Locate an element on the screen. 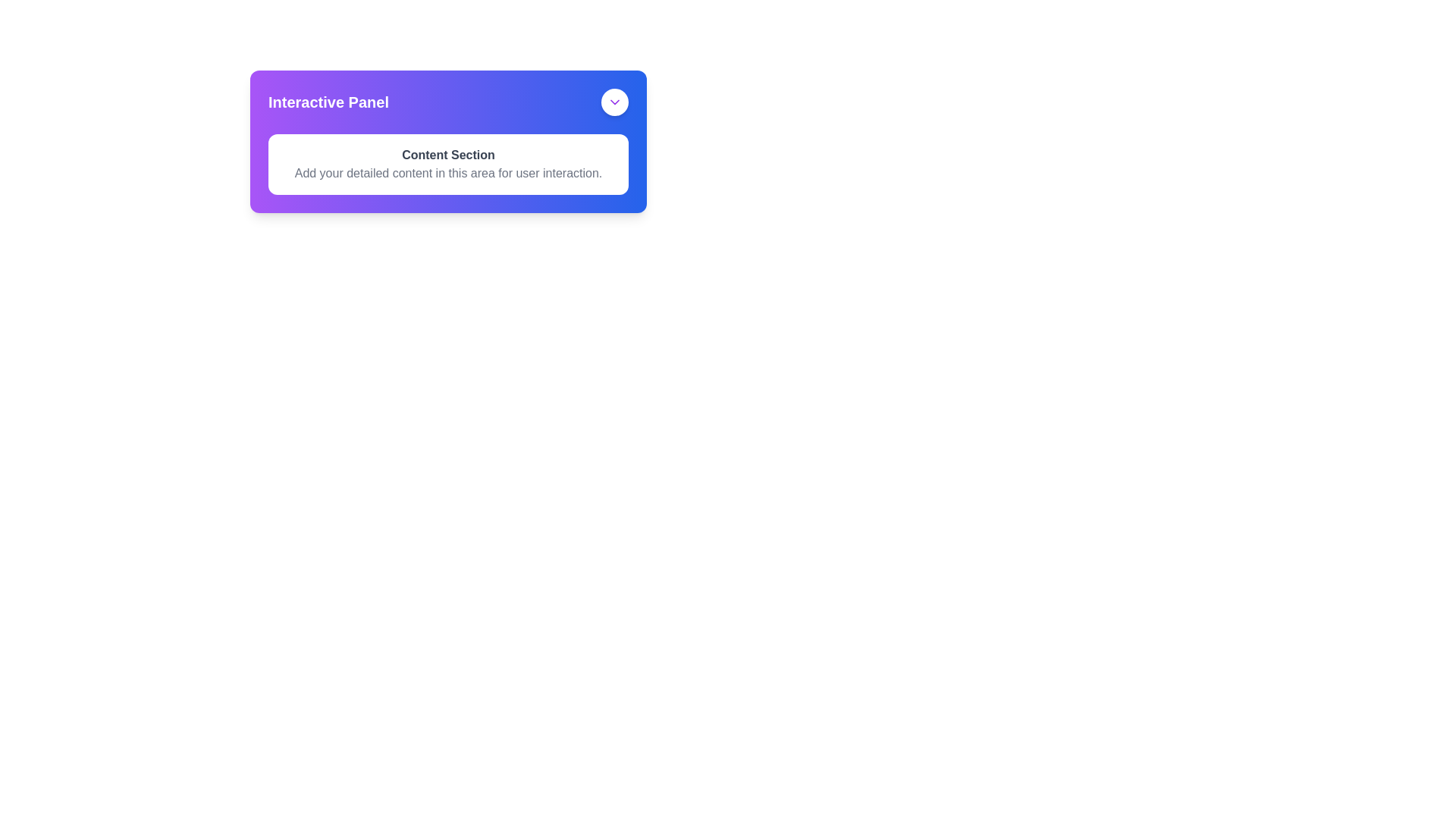  the chevron-down icon located inside the circular button with a white background and purple stroke, positioned near the top-right corner of the 'Interactive Panel' is located at coordinates (615, 102).